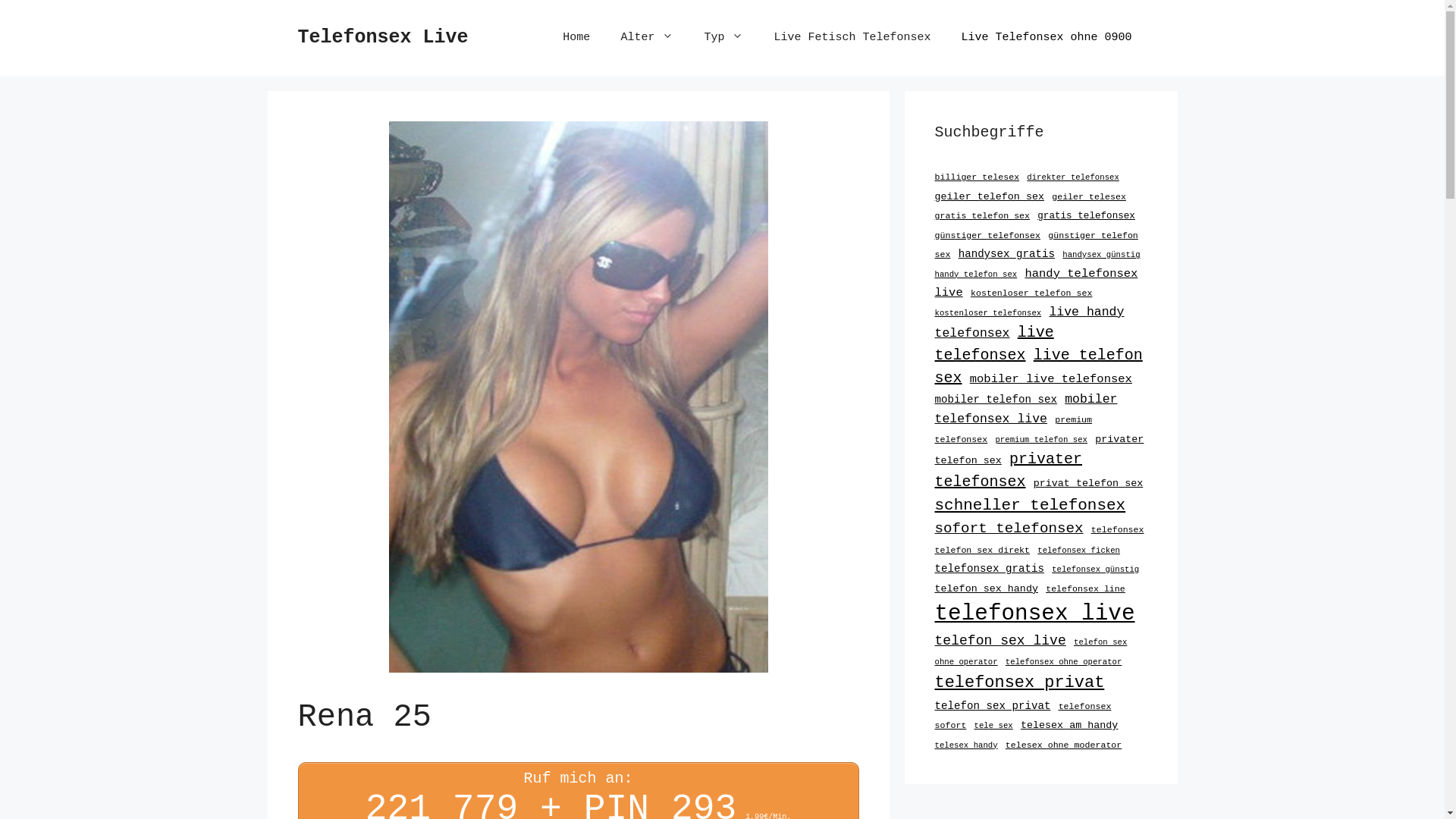  Describe the element at coordinates (934, 366) in the screenshot. I see `'live telefon sex'` at that location.